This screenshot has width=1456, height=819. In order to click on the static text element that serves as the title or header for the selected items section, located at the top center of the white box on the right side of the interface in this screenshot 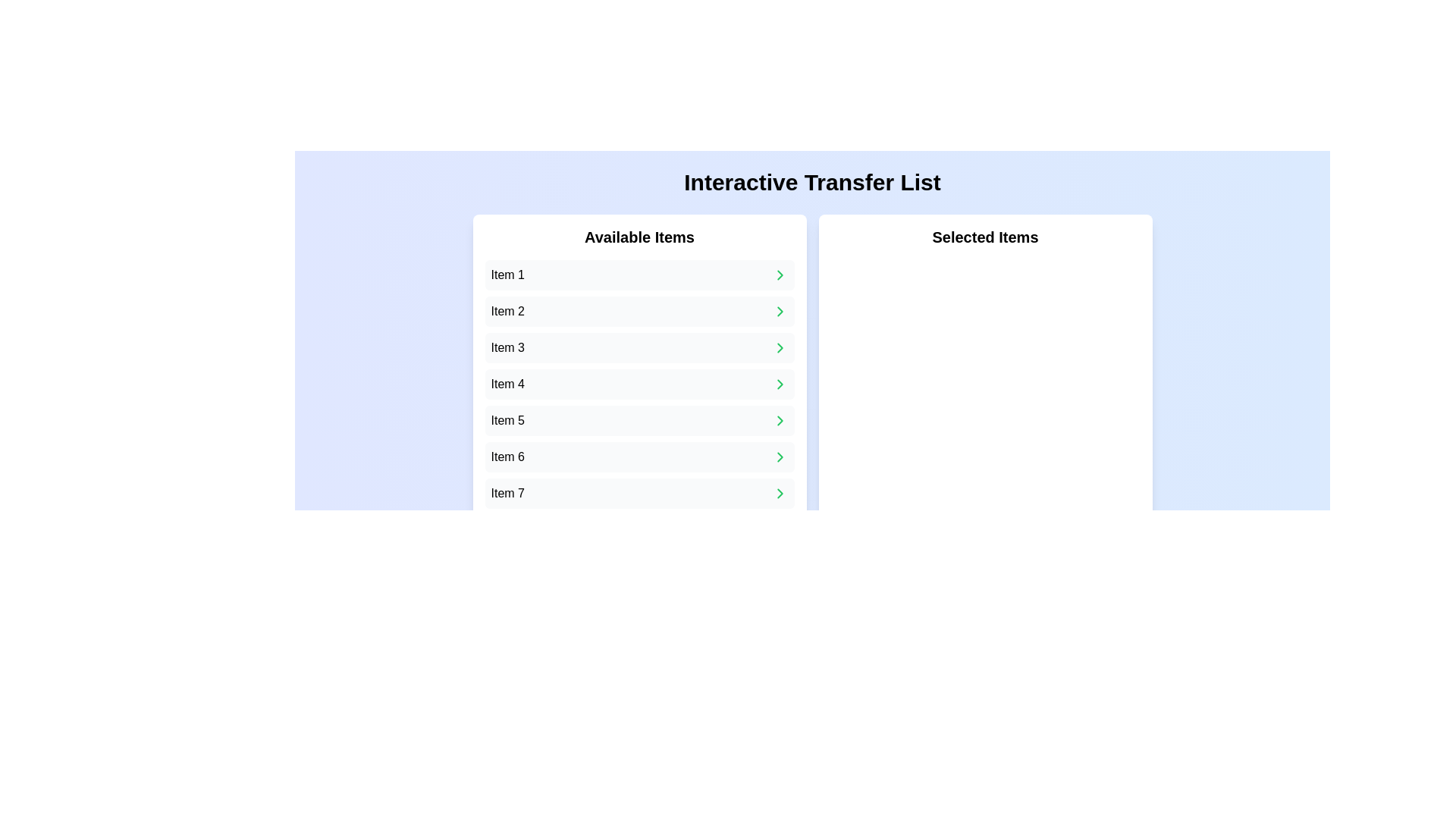, I will do `click(985, 237)`.